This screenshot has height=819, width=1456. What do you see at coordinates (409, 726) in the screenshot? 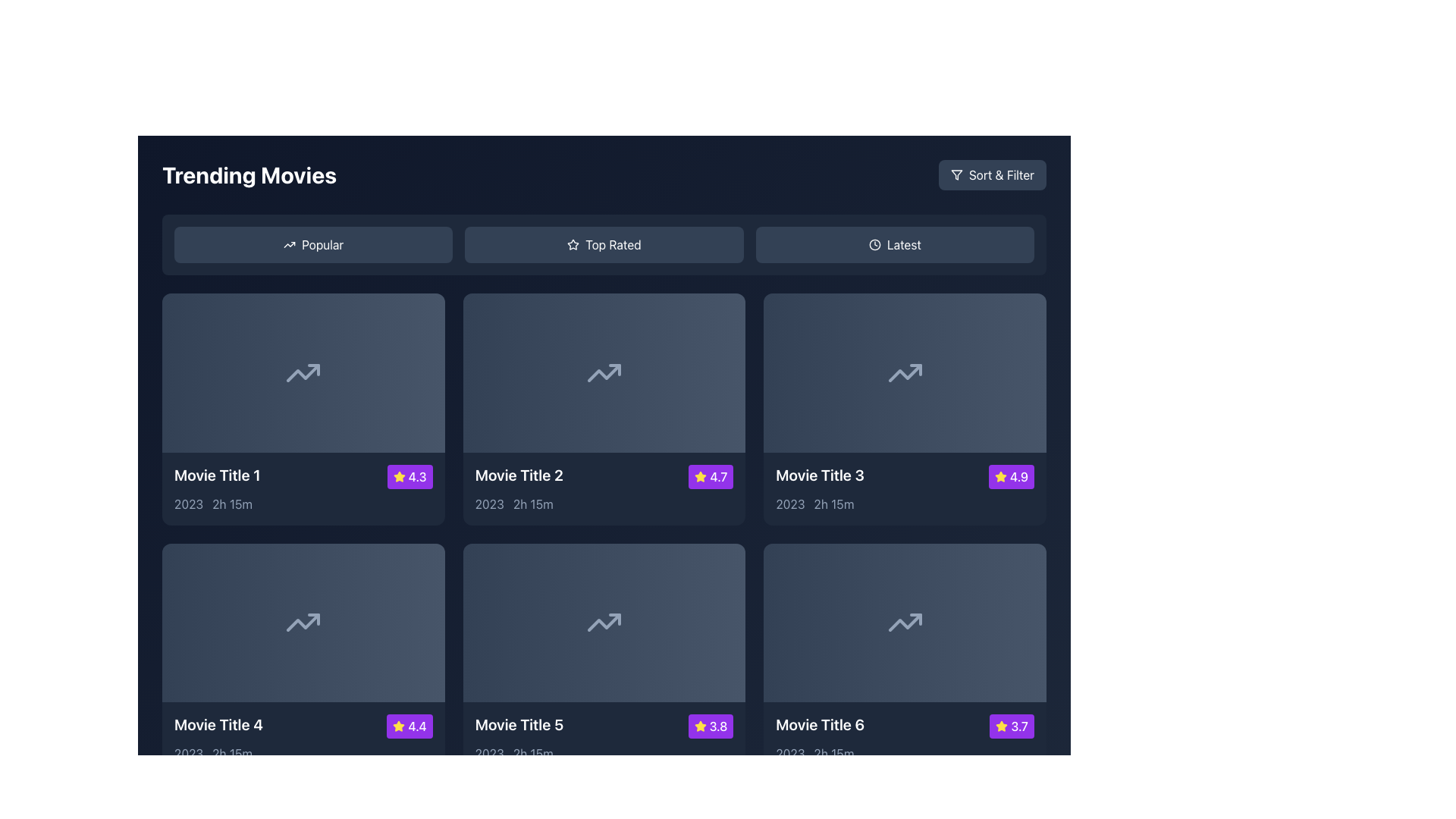
I see `the Rating Badge displaying '4.4' with a star icon, located in the bottom-right corner of the card for 'Movie Title 4'` at bounding box center [409, 726].